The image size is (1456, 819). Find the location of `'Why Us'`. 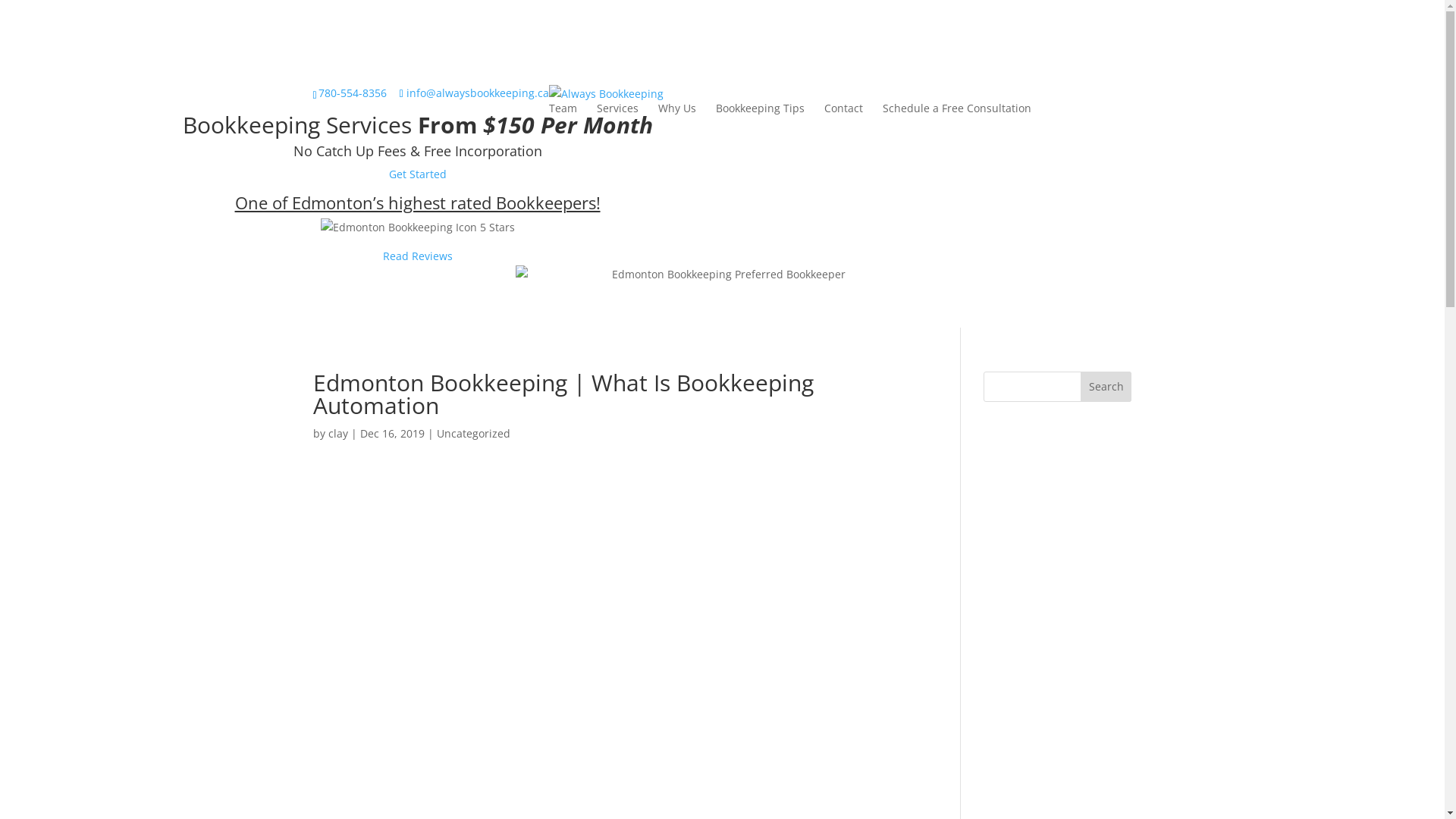

'Why Us' is located at coordinates (676, 107).